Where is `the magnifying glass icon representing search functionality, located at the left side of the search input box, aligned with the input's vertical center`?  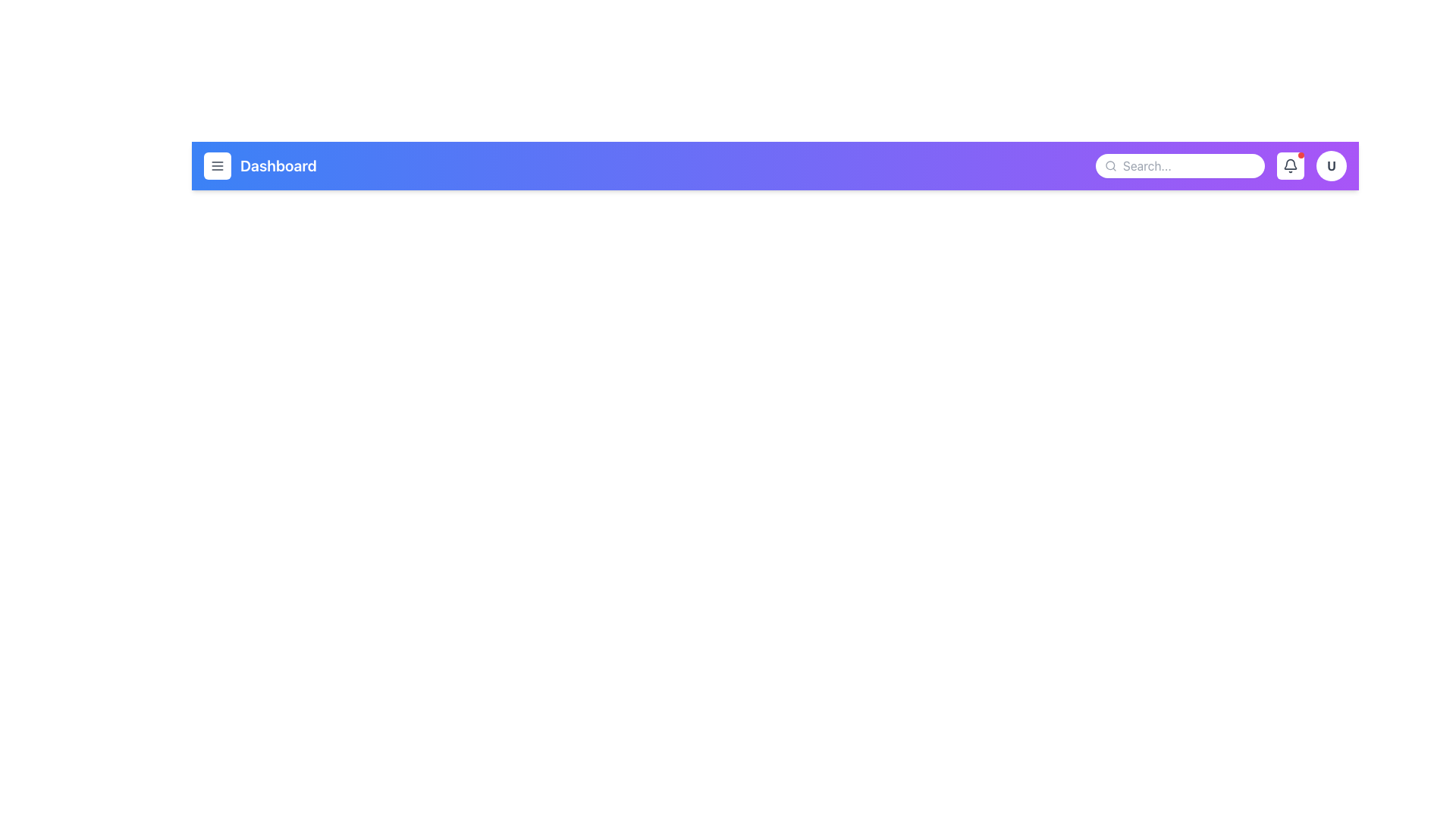 the magnifying glass icon representing search functionality, located at the left side of the search input box, aligned with the input's vertical center is located at coordinates (1110, 166).